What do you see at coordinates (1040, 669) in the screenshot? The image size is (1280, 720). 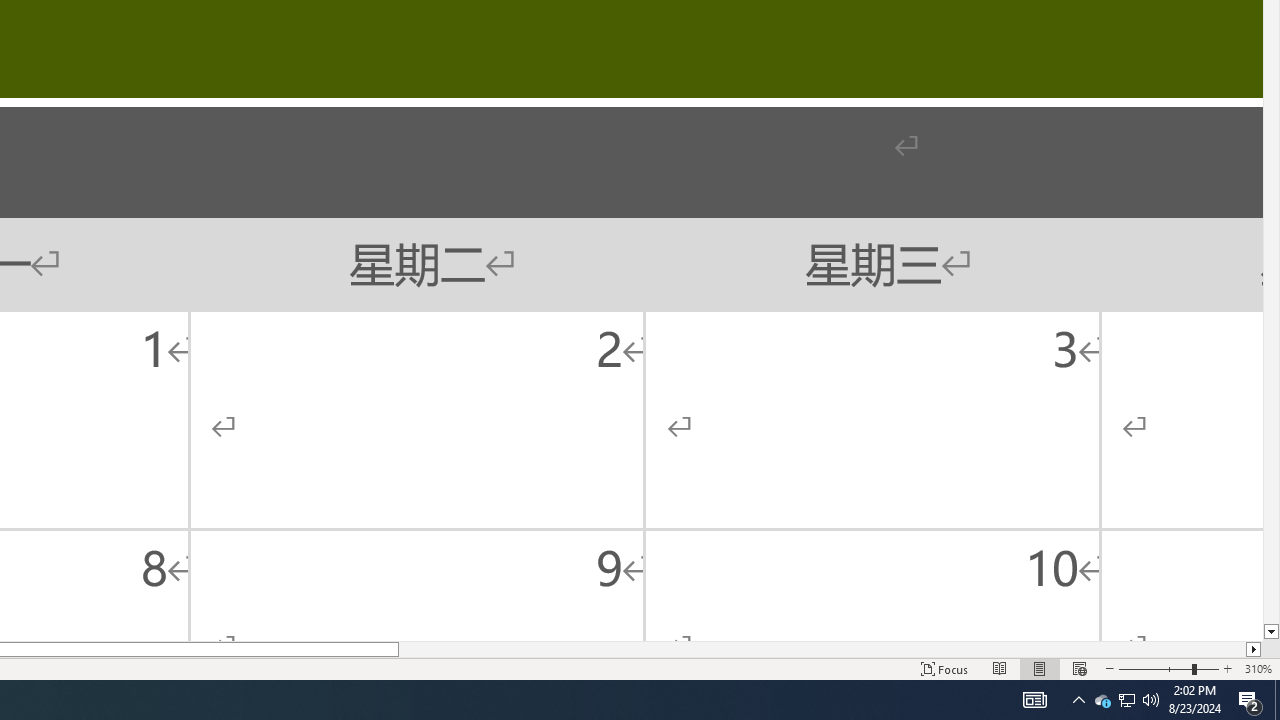 I see `'Print Layout'` at bounding box center [1040, 669].